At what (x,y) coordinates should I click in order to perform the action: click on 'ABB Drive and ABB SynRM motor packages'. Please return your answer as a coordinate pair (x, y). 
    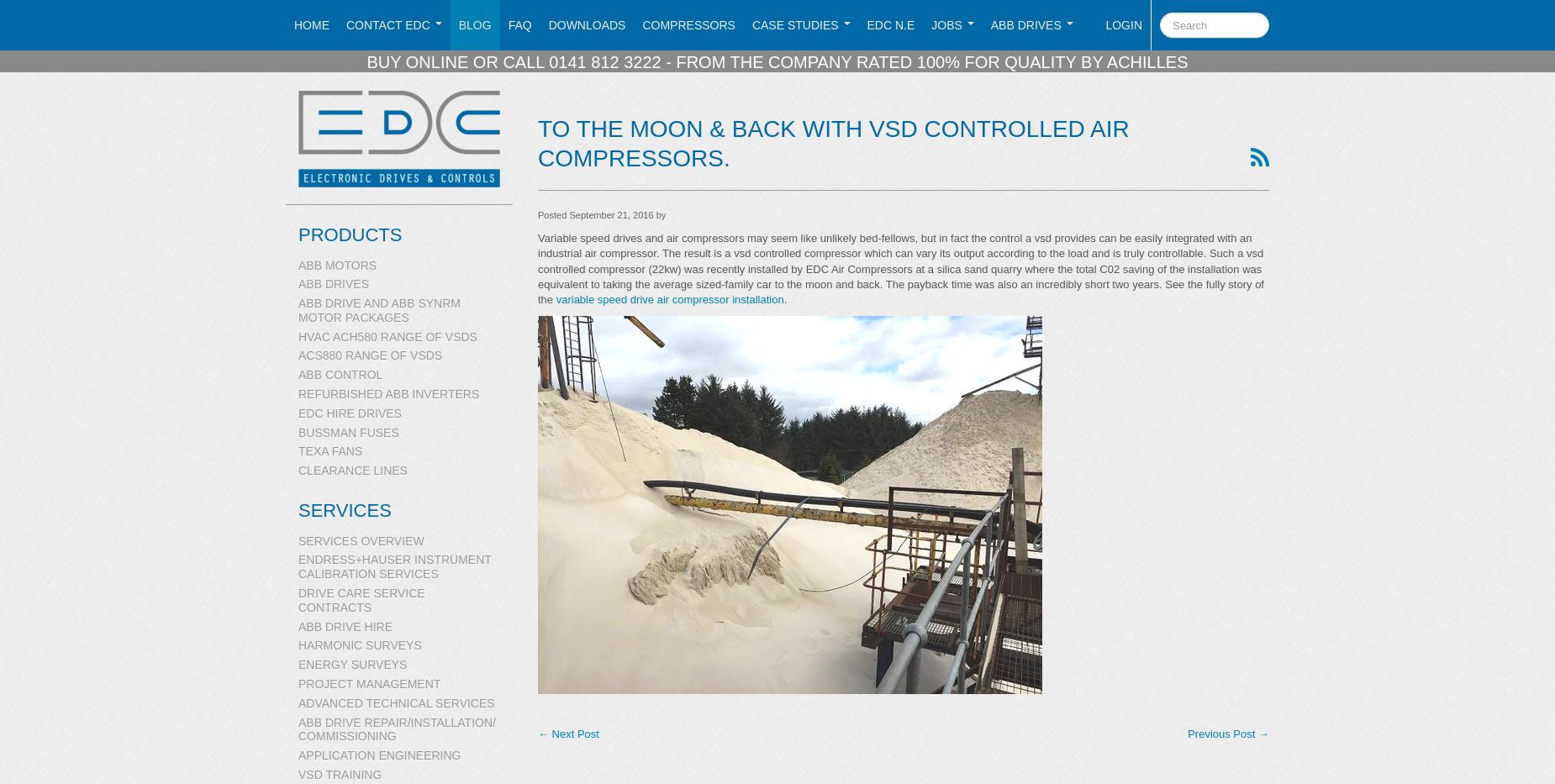
    Looking at the image, I should click on (378, 310).